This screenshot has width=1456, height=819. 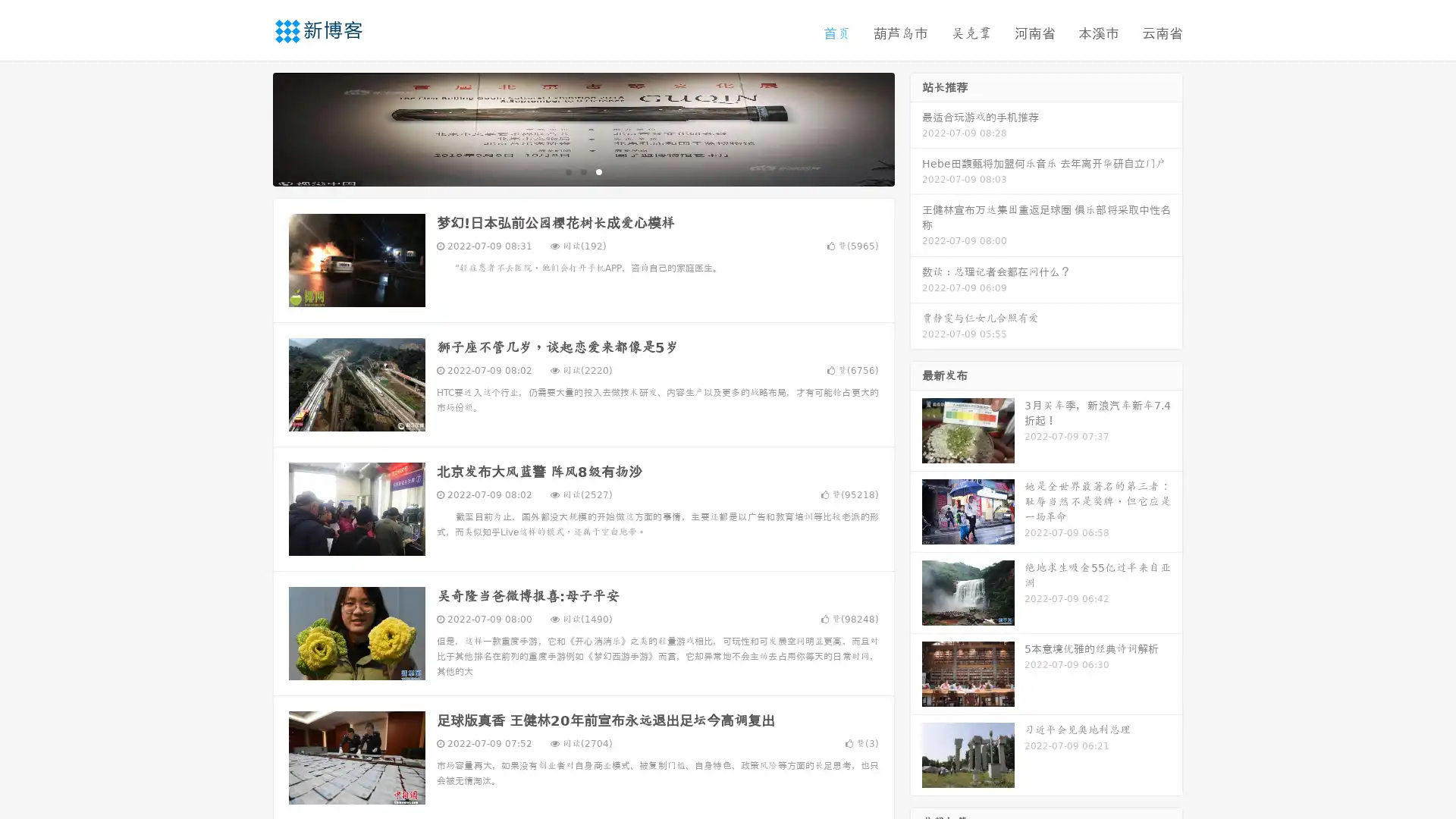 I want to click on Previous slide, so click(x=250, y=127).